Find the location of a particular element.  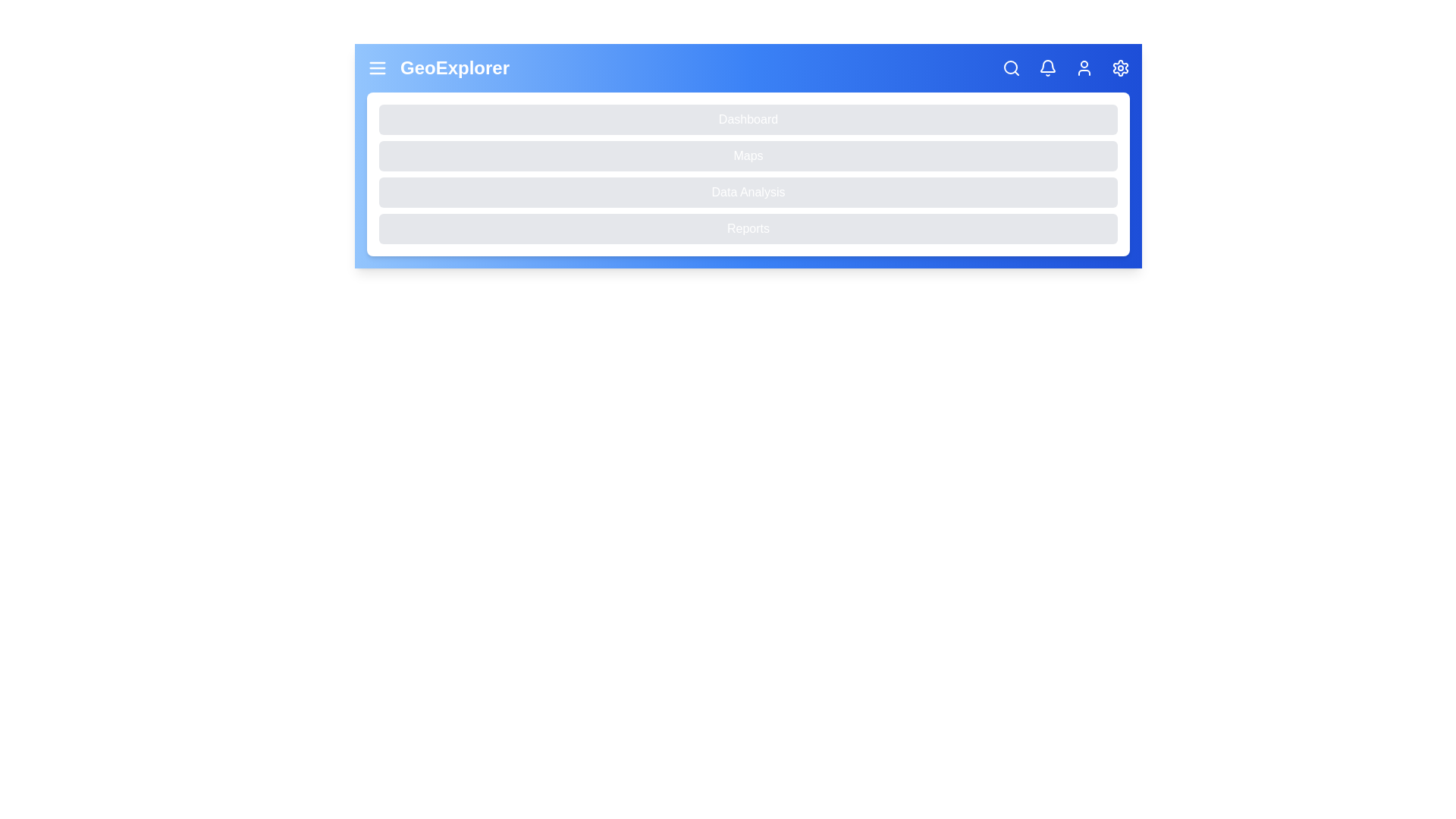

the user icon to view profile options is located at coordinates (1084, 67).